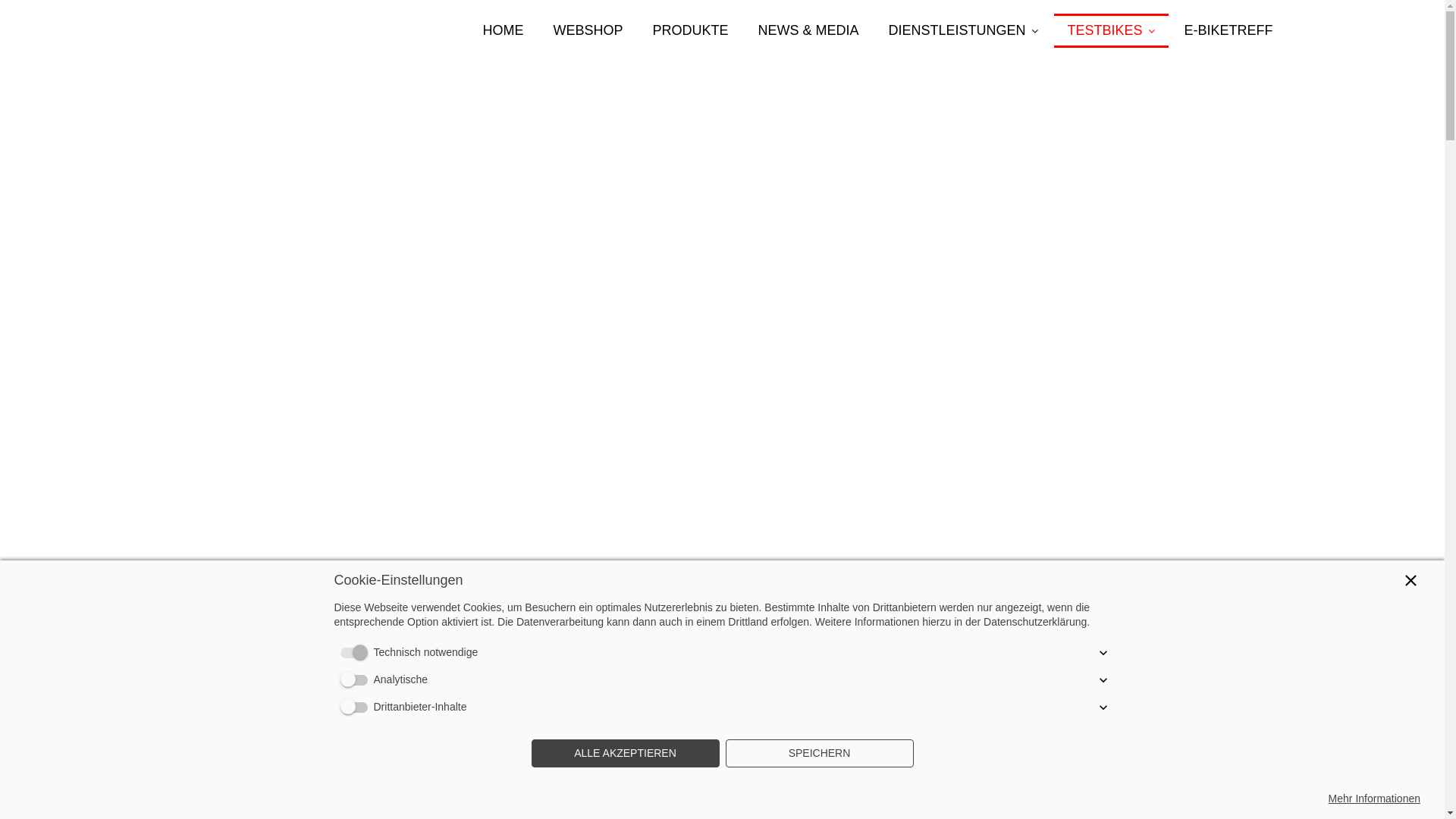 This screenshot has width=1456, height=819. What do you see at coordinates (818, 754) in the screenshot?
I see `'SPEICHERN'` at bounding box center [818, 754].